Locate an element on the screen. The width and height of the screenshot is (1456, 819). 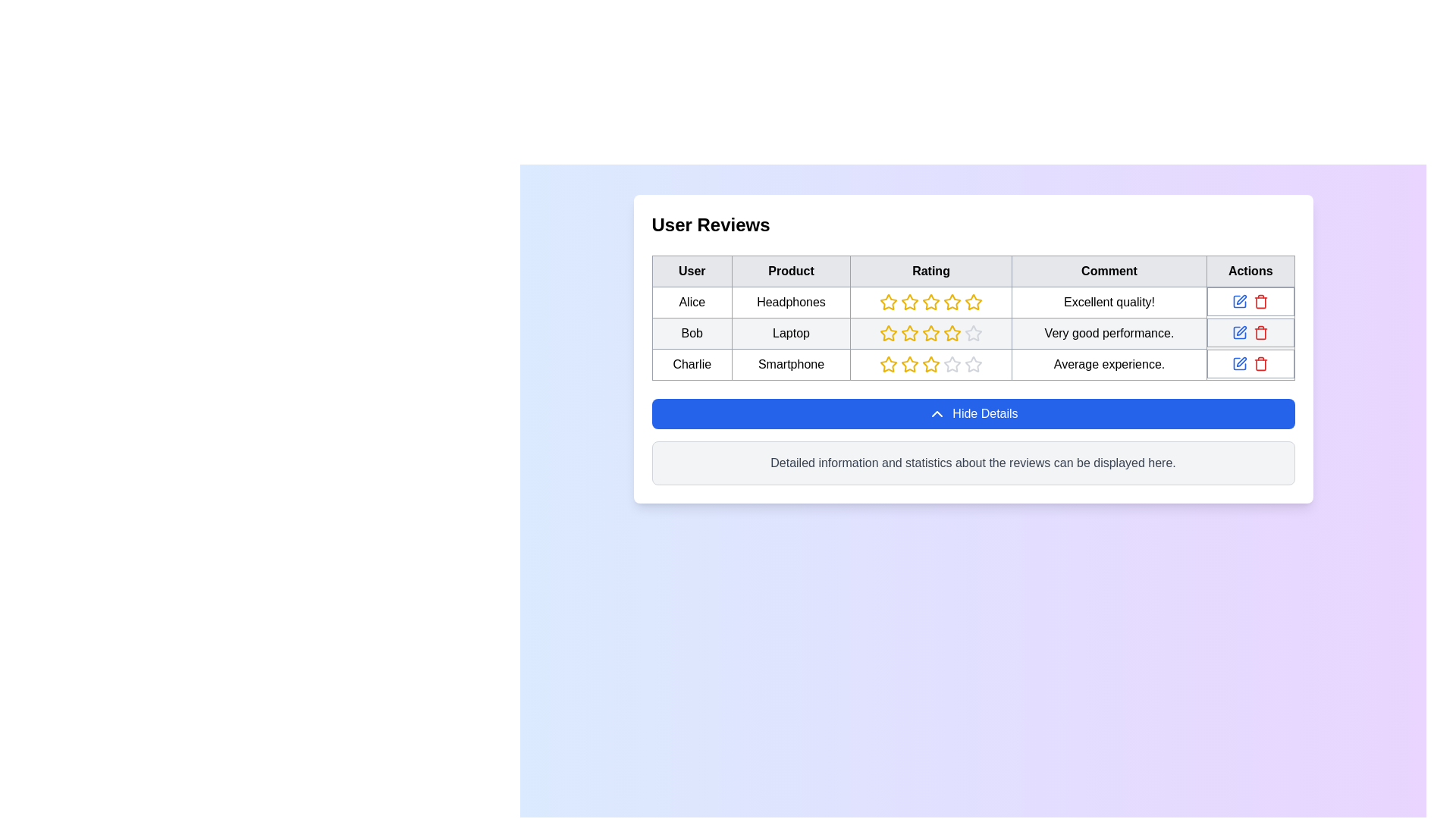
the third star is located at coordinates (930, 332).